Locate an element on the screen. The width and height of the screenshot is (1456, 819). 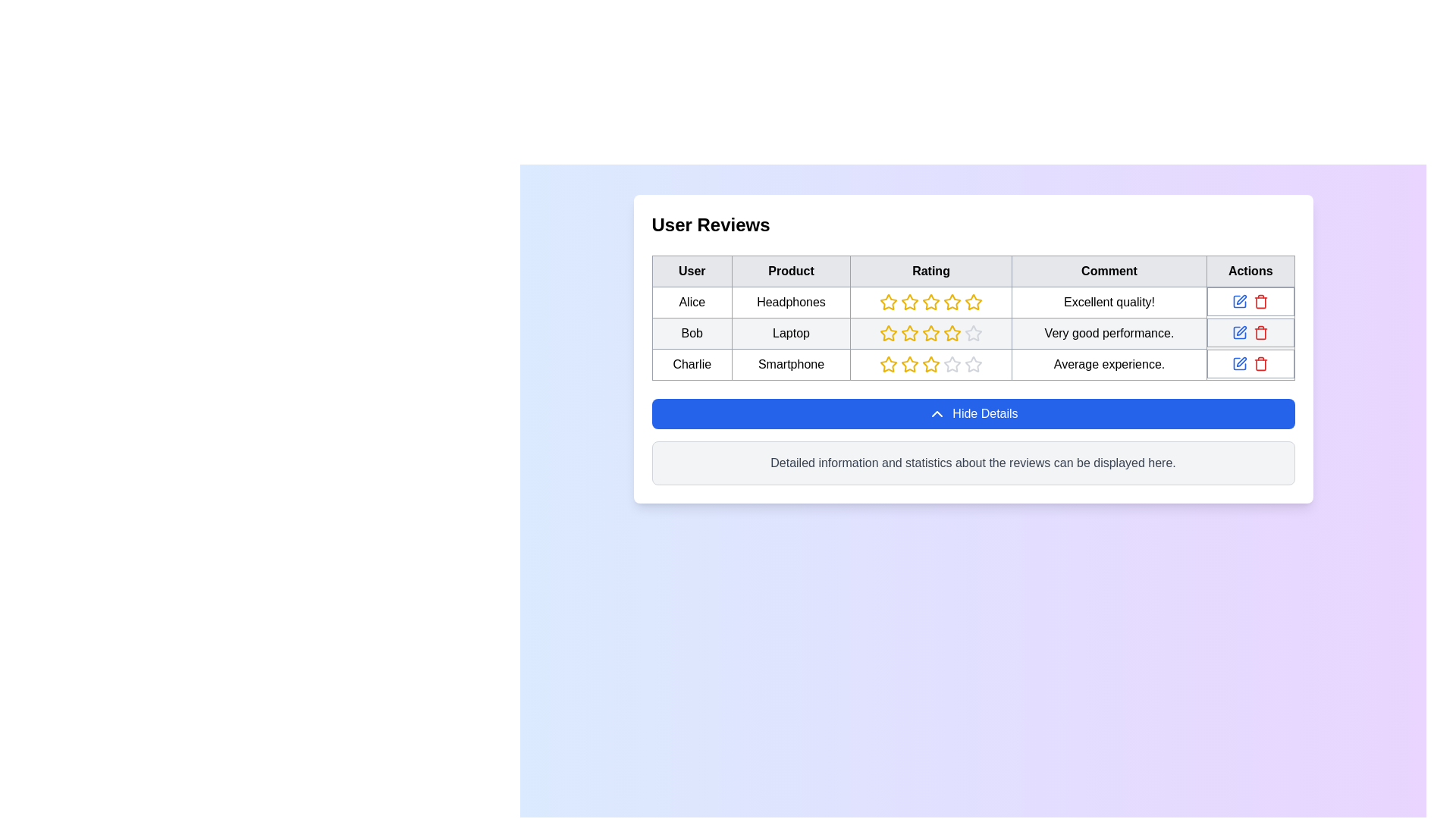
the third star is located at coordinates (930, 332).